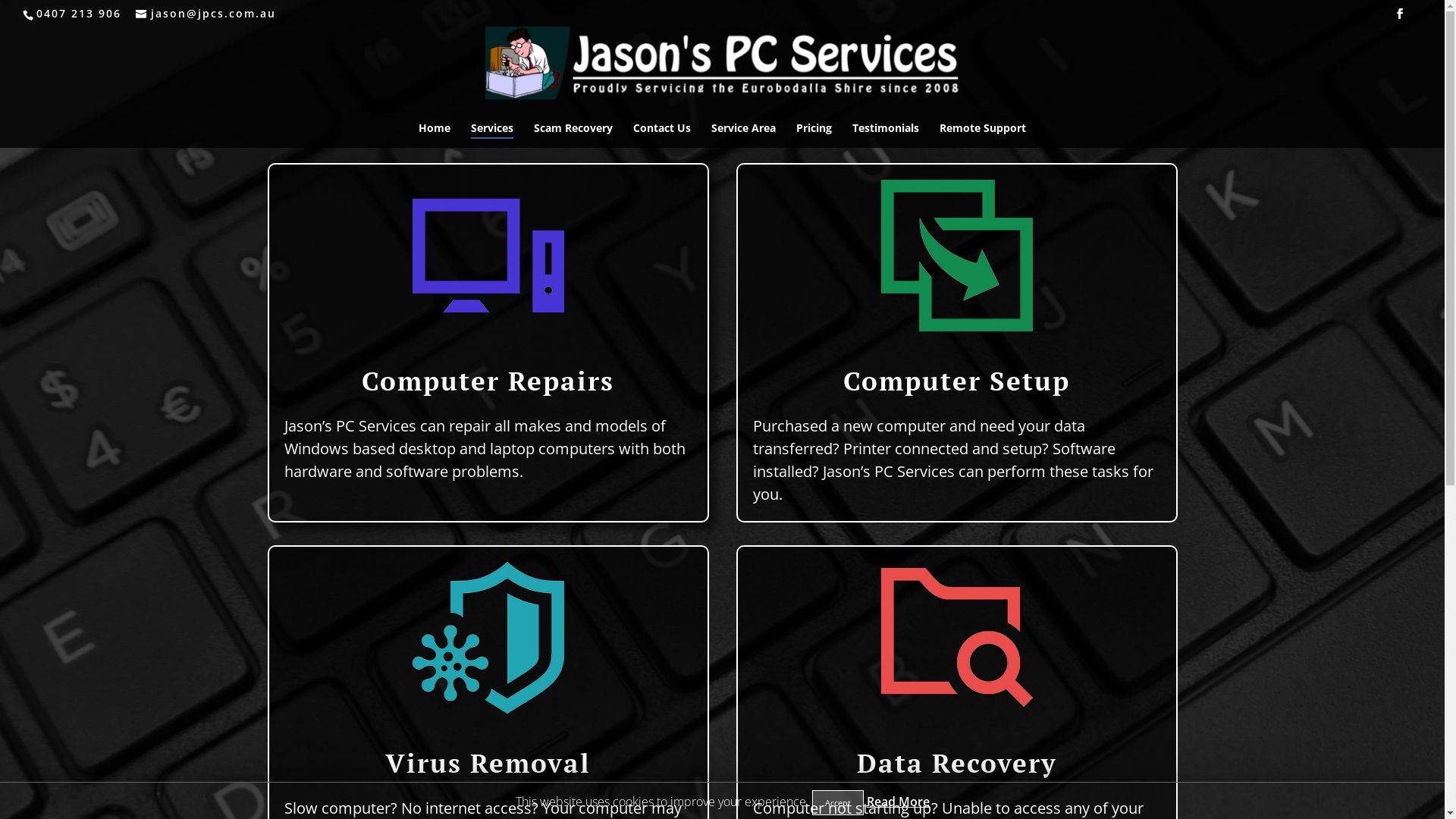 This screenshot has height=819, width=1456. Describe the element at coordinates (135, 13) in the screenshot. I see `'jason@jpcs.com.au'` at that location.